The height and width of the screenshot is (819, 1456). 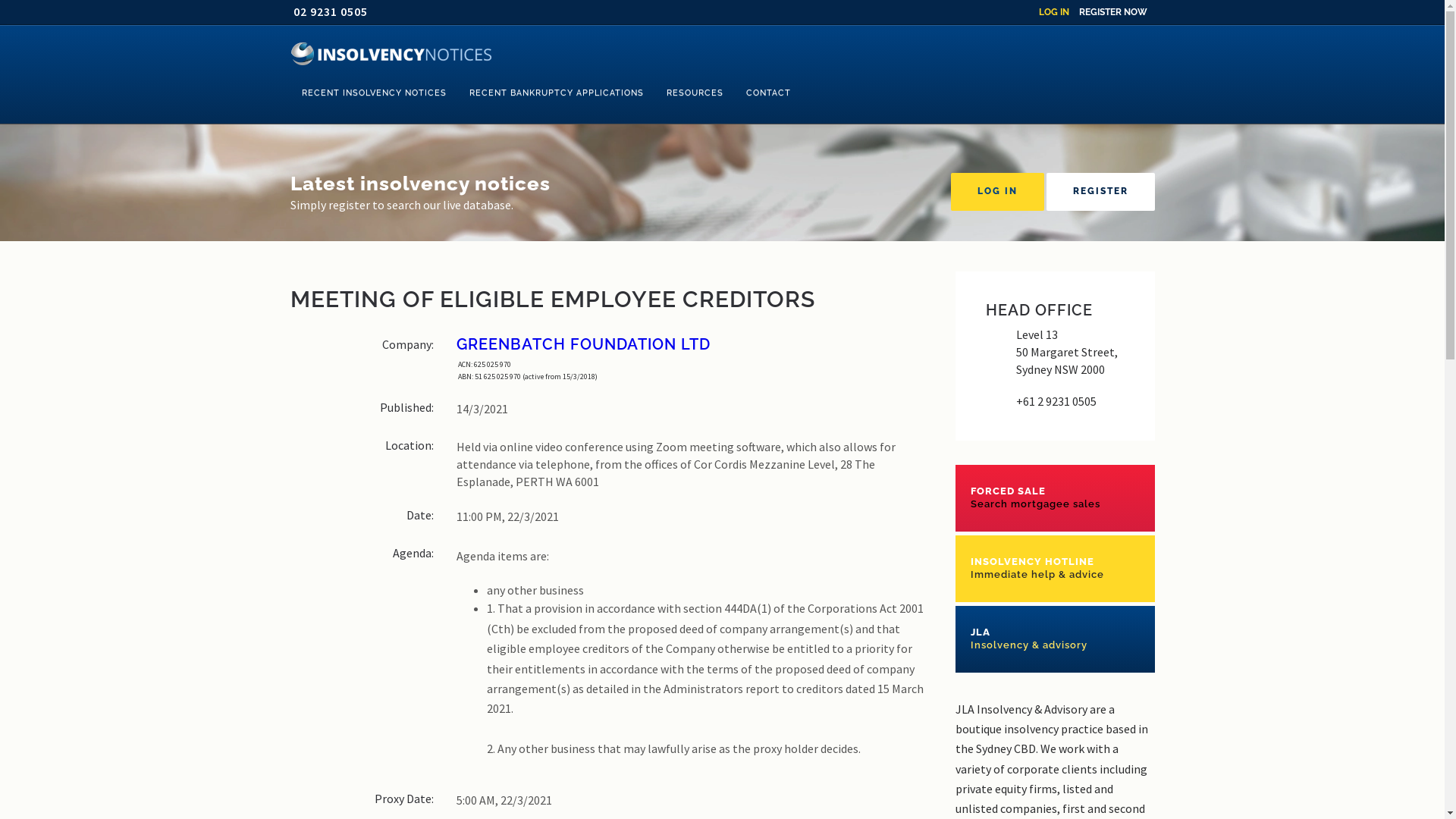 What do you see at coordinates (1054, 568) in the screenshot?
I see `'INSOLVENCY HOTLINE` at bounding box center [1054, 568].